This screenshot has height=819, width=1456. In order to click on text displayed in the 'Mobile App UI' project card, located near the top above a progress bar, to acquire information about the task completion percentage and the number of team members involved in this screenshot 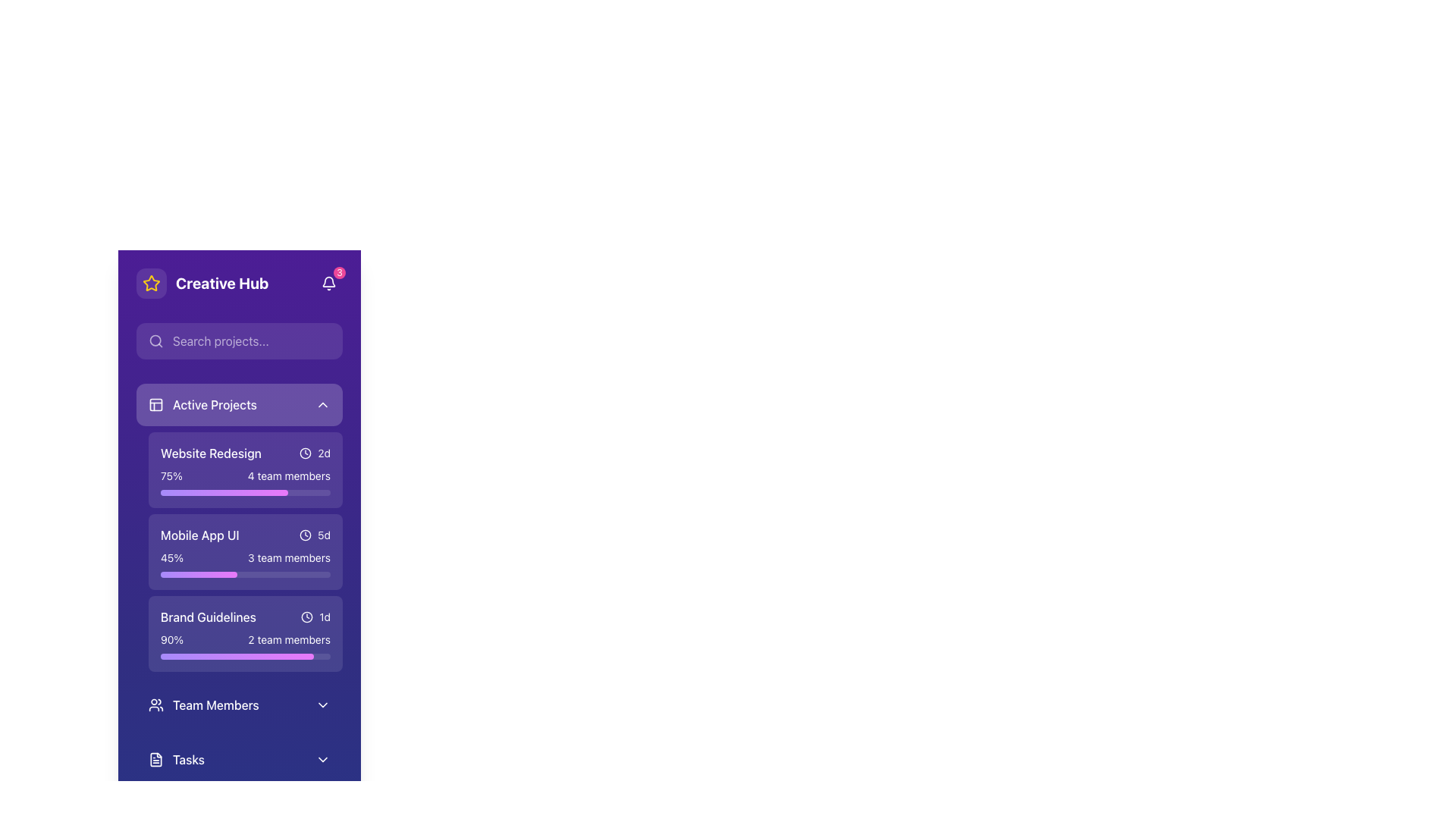, I will do `click(246, 558)`.